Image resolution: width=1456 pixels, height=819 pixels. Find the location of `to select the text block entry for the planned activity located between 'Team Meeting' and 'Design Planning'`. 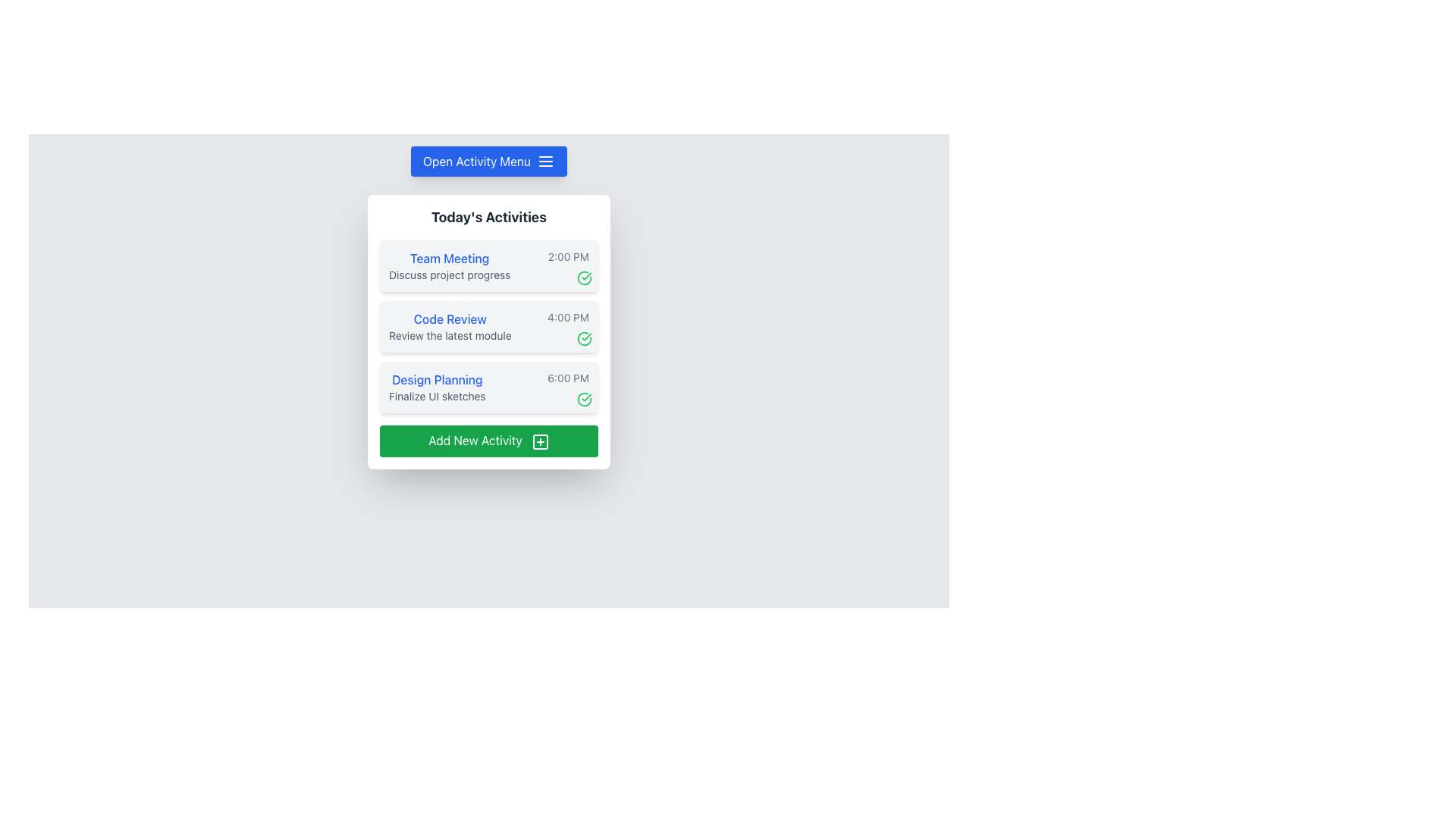

to select the text block entry for the planned activity located between 'Team Meeting' and 'Design Planning' is located at coordinates (449, 326).